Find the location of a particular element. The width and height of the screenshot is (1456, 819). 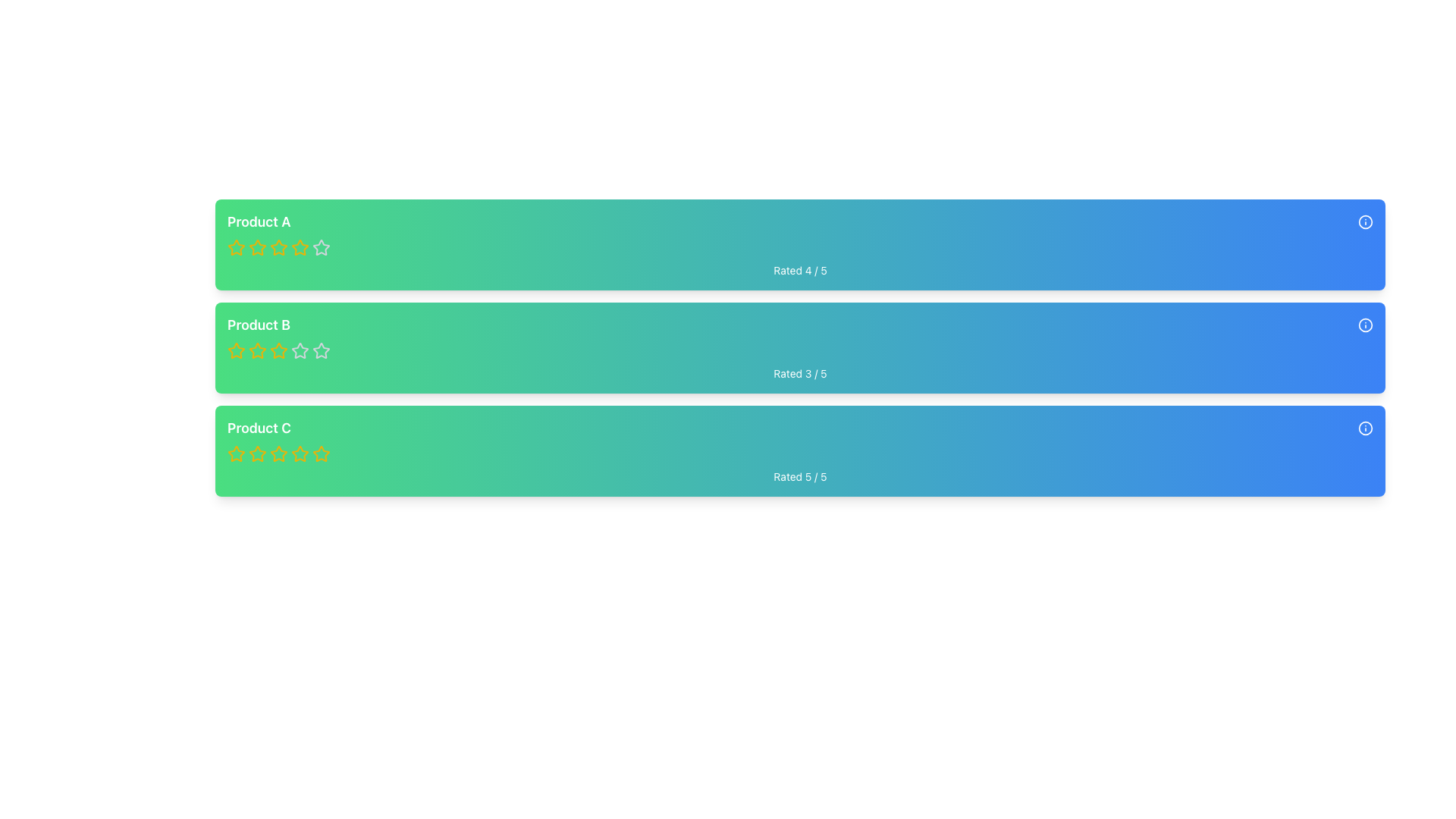

the first star icon in the 5-star rating system adjacent is located at coordinates (236, 246).